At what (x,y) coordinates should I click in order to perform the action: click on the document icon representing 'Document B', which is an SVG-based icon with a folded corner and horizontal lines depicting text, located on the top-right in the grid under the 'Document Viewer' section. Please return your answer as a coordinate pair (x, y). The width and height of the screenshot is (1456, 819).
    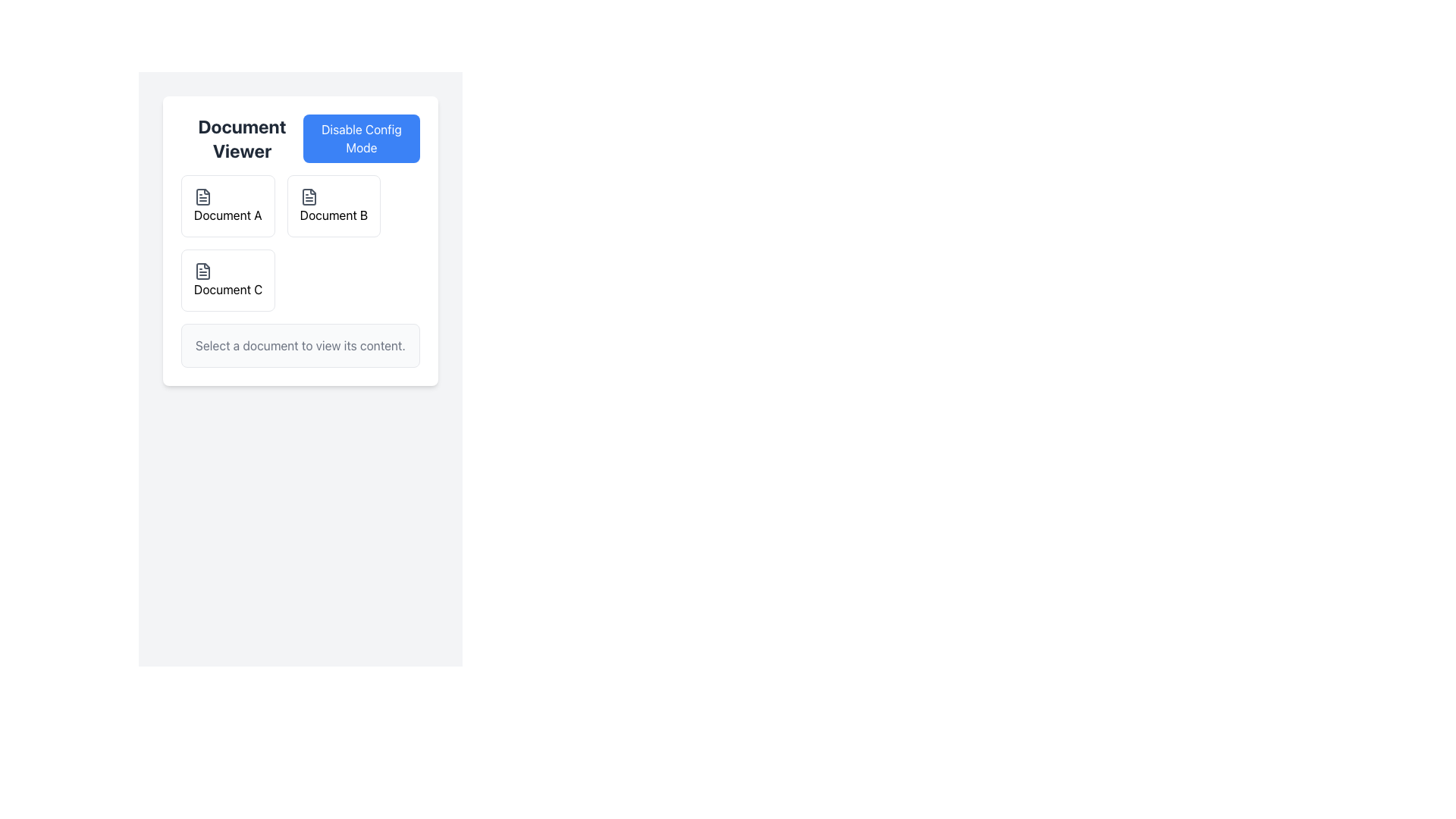
    Looking at the image, I should click on (308, 196).